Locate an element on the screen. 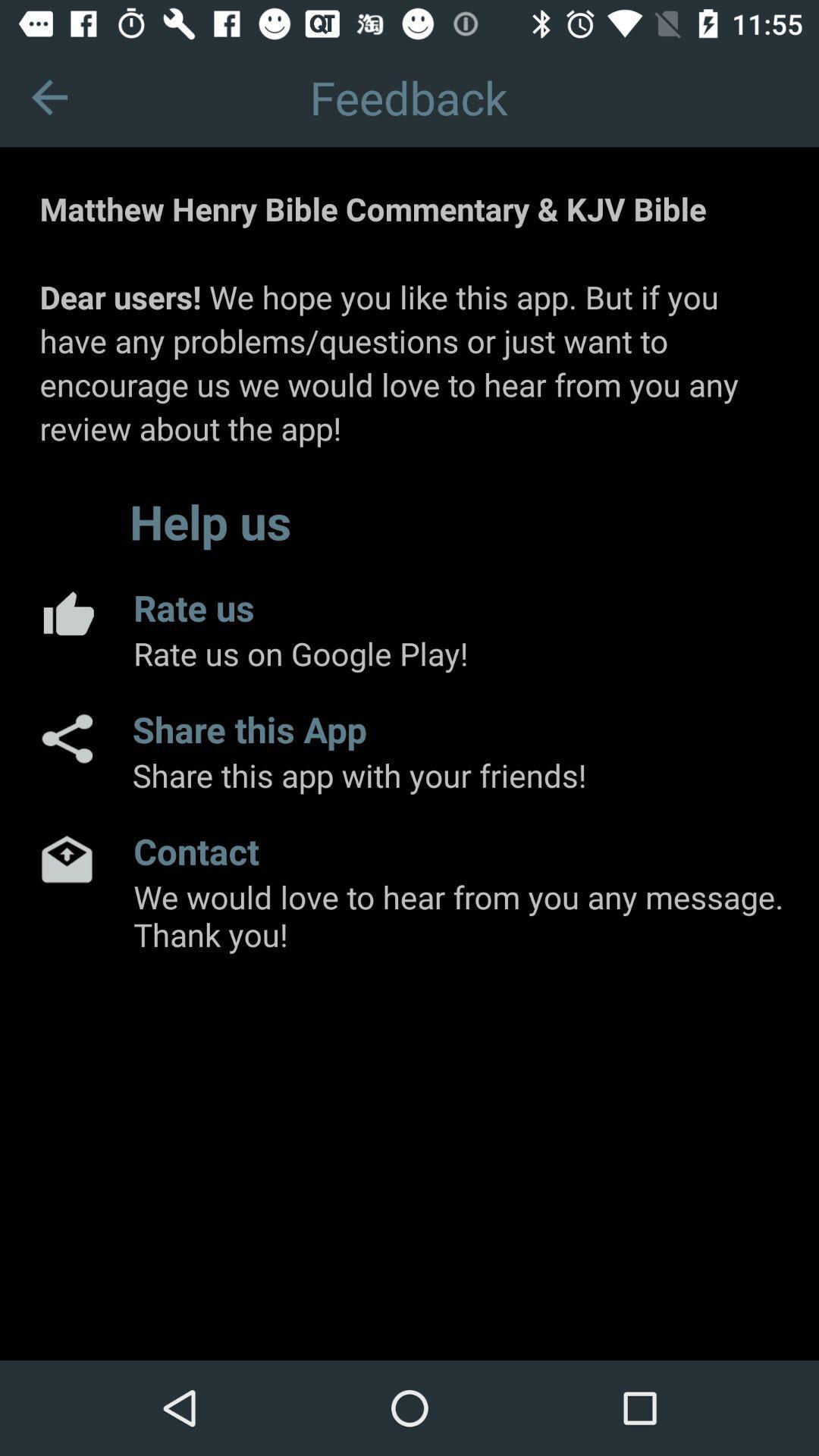  share the app is located at coordinates (65, 739).